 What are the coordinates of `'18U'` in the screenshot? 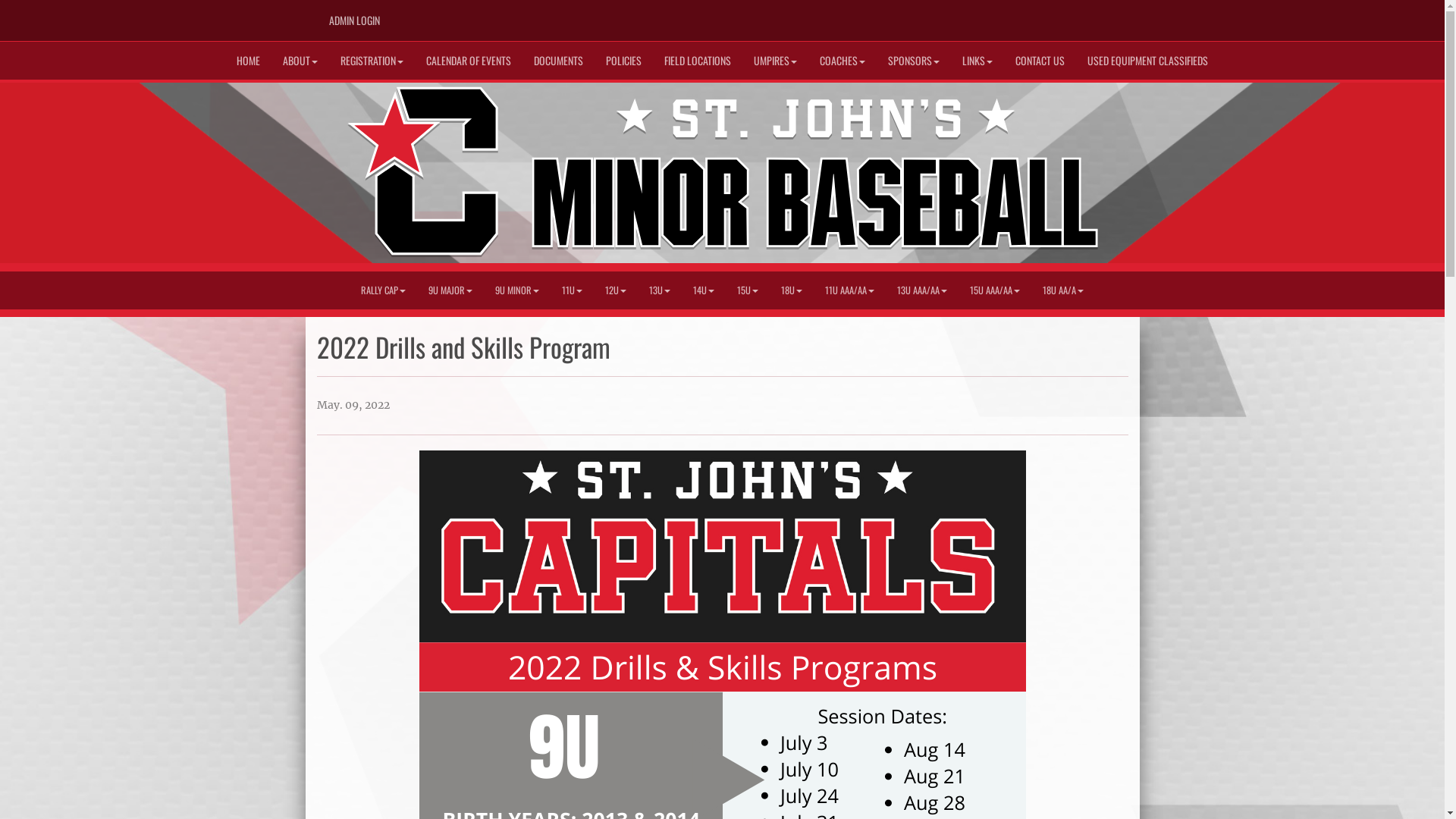 It's located at (790, 290).